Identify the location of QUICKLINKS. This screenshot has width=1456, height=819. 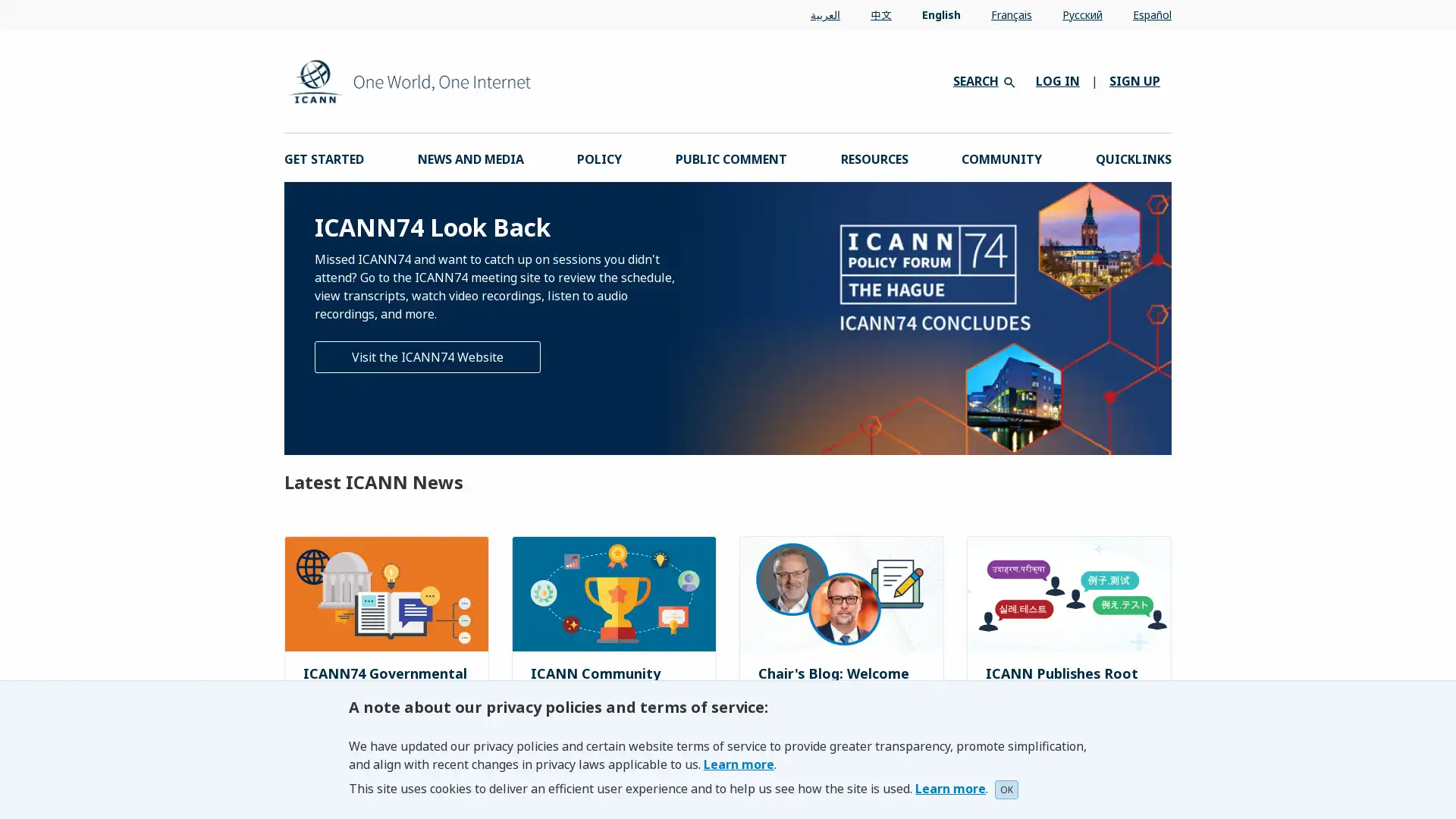
(1132, 158).